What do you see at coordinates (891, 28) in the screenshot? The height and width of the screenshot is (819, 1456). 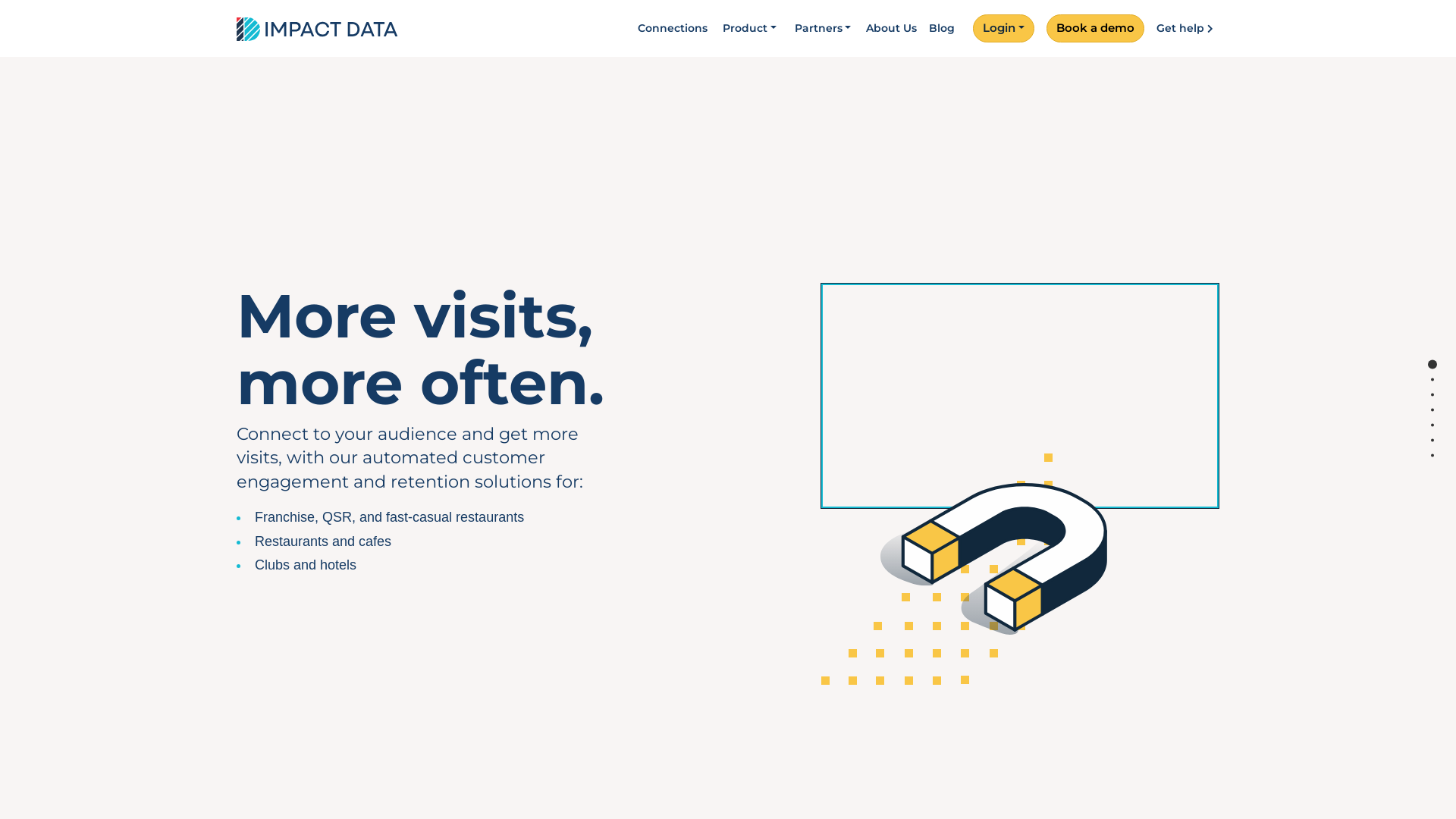 I see `'About Us'` at bounding box center [891, 28].